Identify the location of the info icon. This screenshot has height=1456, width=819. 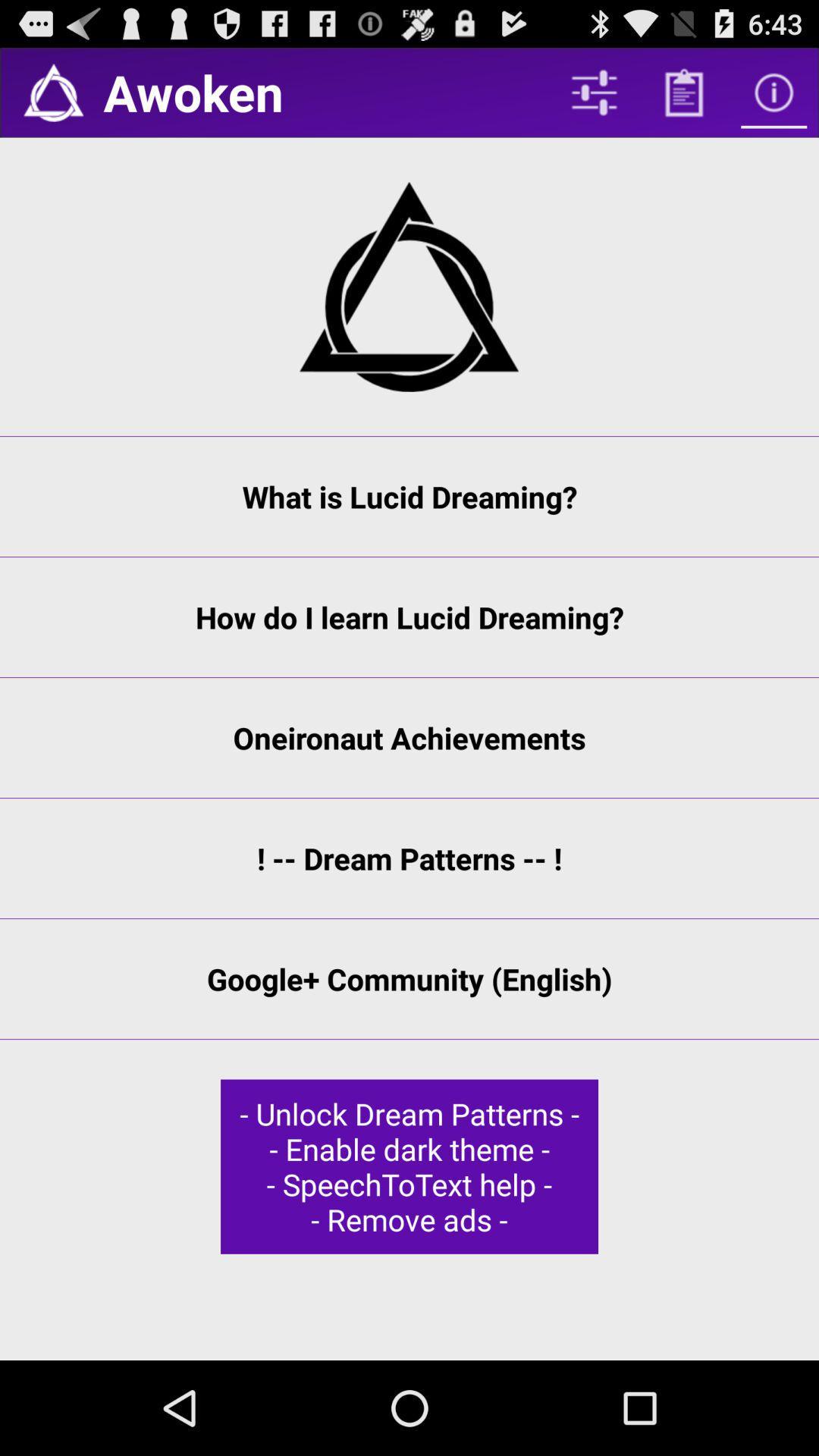
(773, 98).